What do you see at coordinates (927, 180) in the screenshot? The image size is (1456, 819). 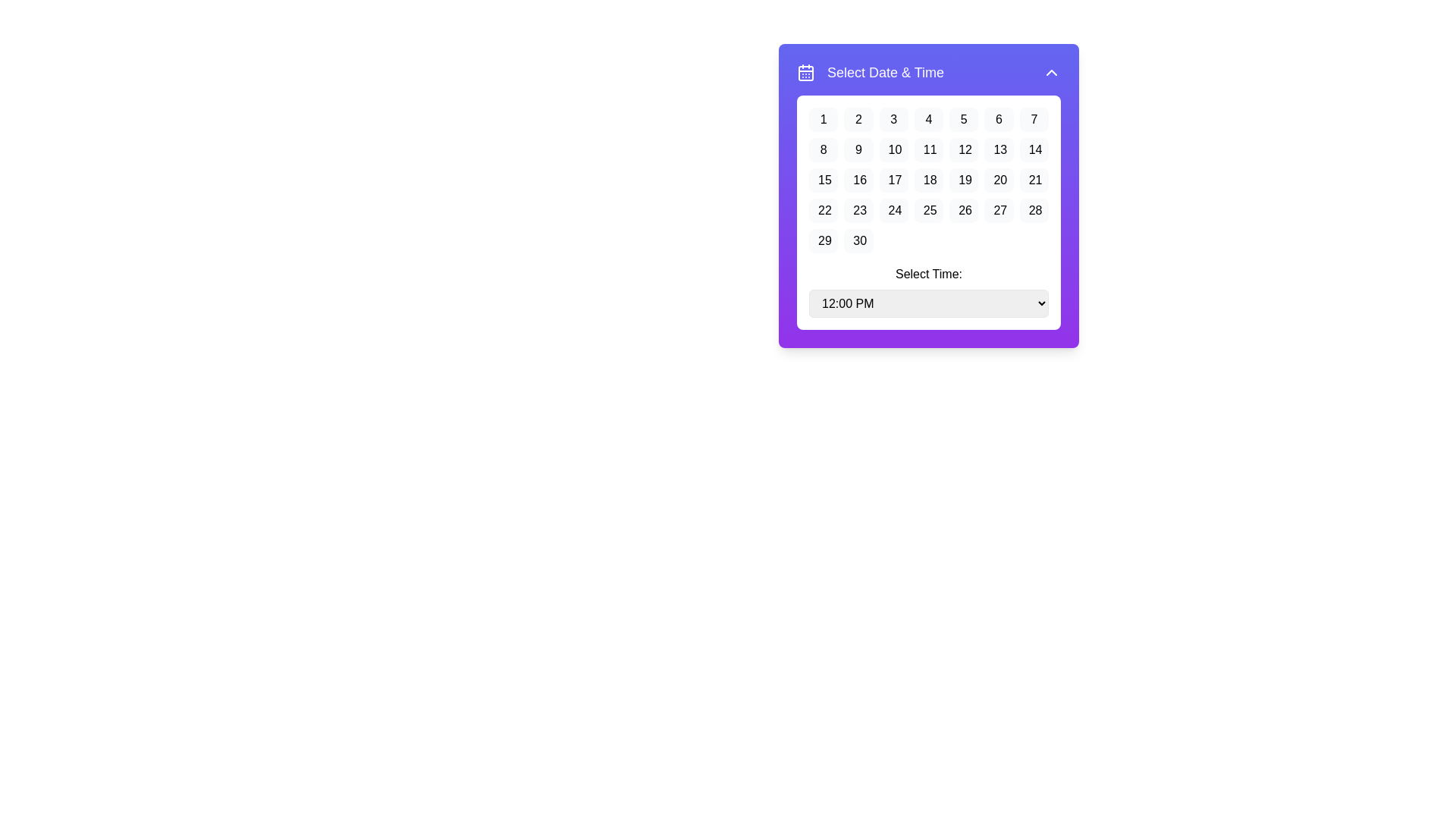 I see `the calendar day selector in the interactive grid` at bounding box center [927, 180].